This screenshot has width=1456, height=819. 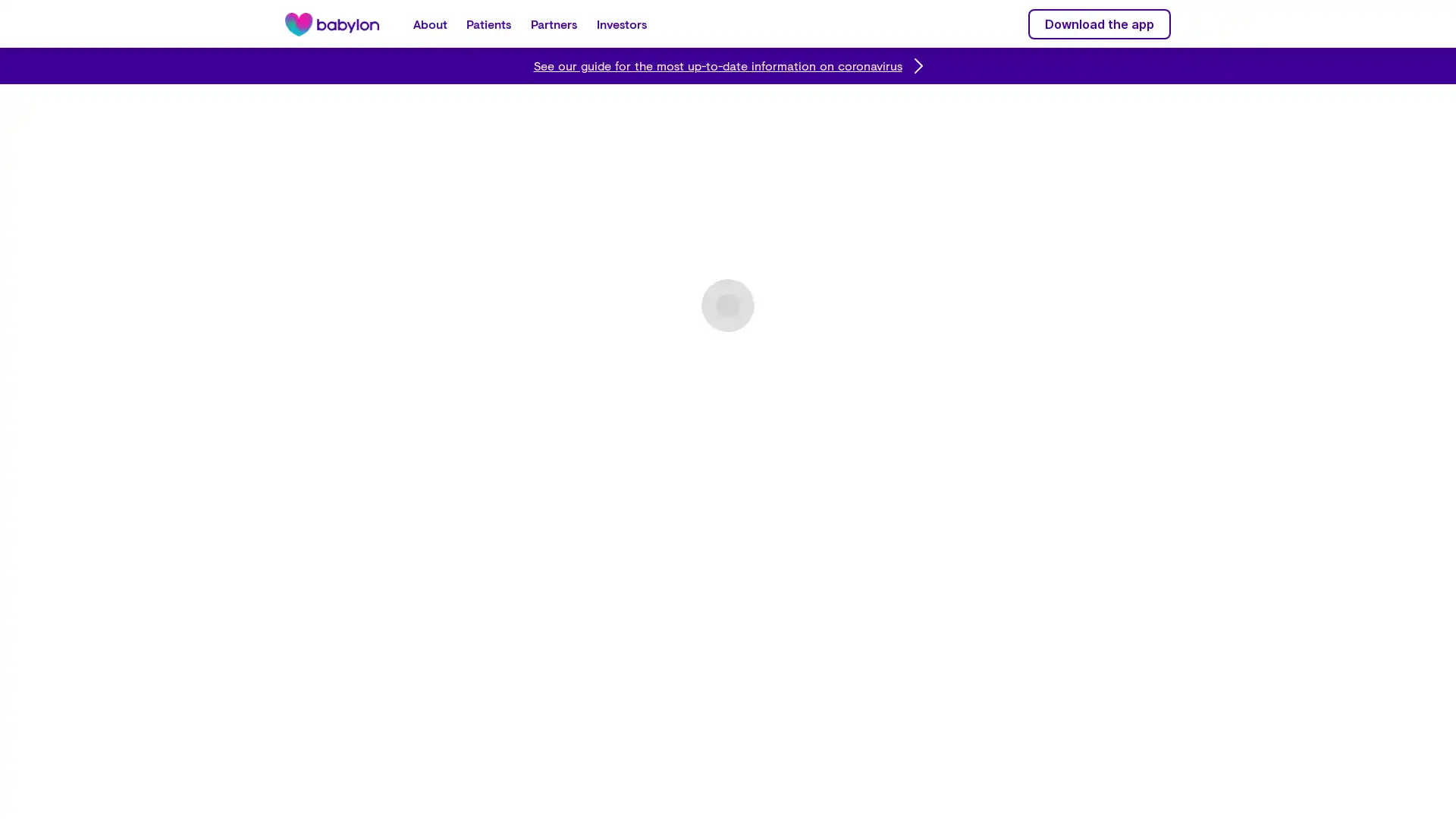 What do you see at coordinates (1430, 785) in the screenshot?
I see `Close` at bounding box center [1430, 785].